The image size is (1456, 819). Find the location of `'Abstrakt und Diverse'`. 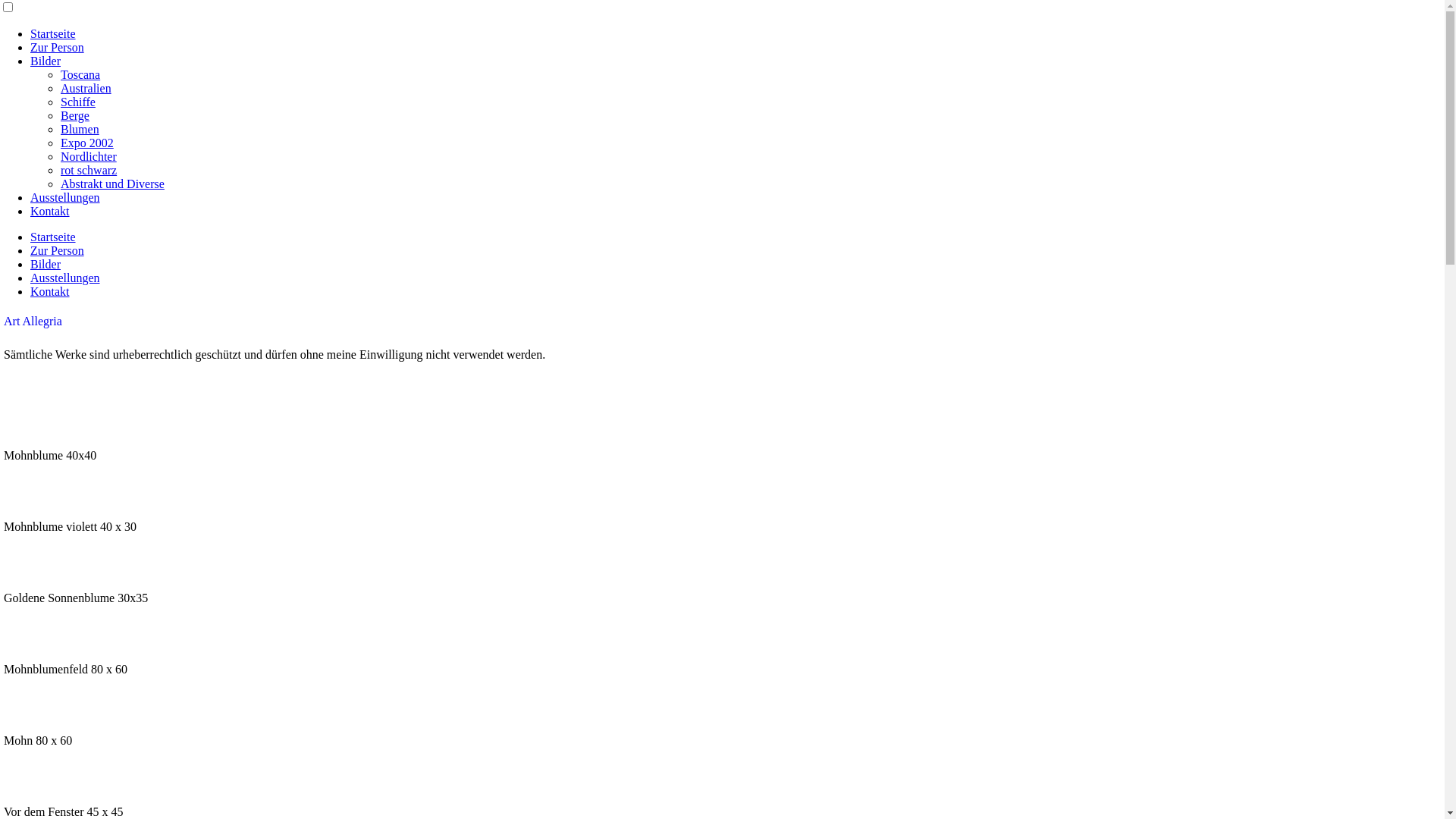

'Abstrakt und Diverse' is located at coordinates (111, 183).